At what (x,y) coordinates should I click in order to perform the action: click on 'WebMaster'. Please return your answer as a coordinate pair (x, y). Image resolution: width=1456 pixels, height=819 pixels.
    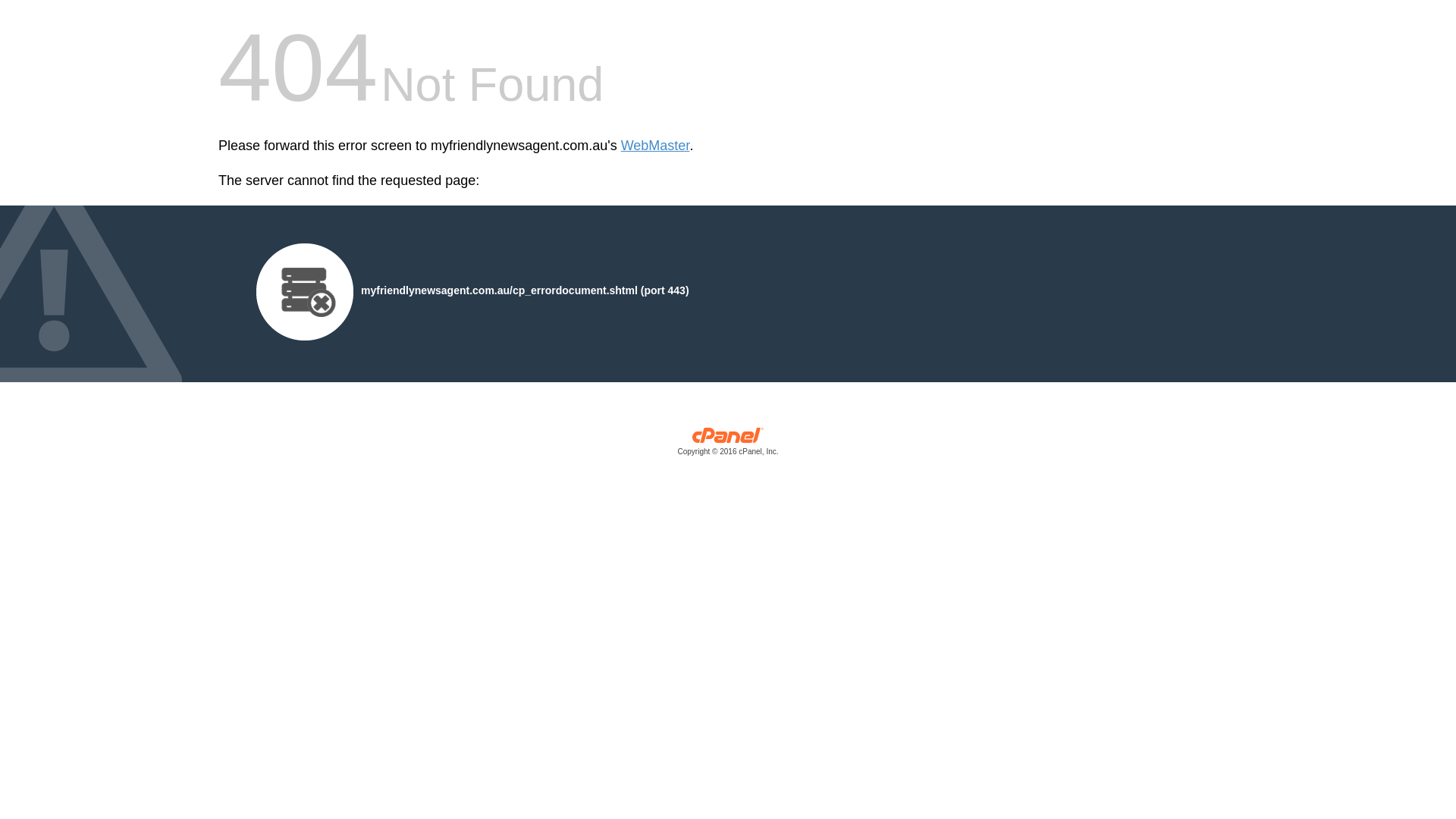
    Looking at the image, I should click on (655, 146).